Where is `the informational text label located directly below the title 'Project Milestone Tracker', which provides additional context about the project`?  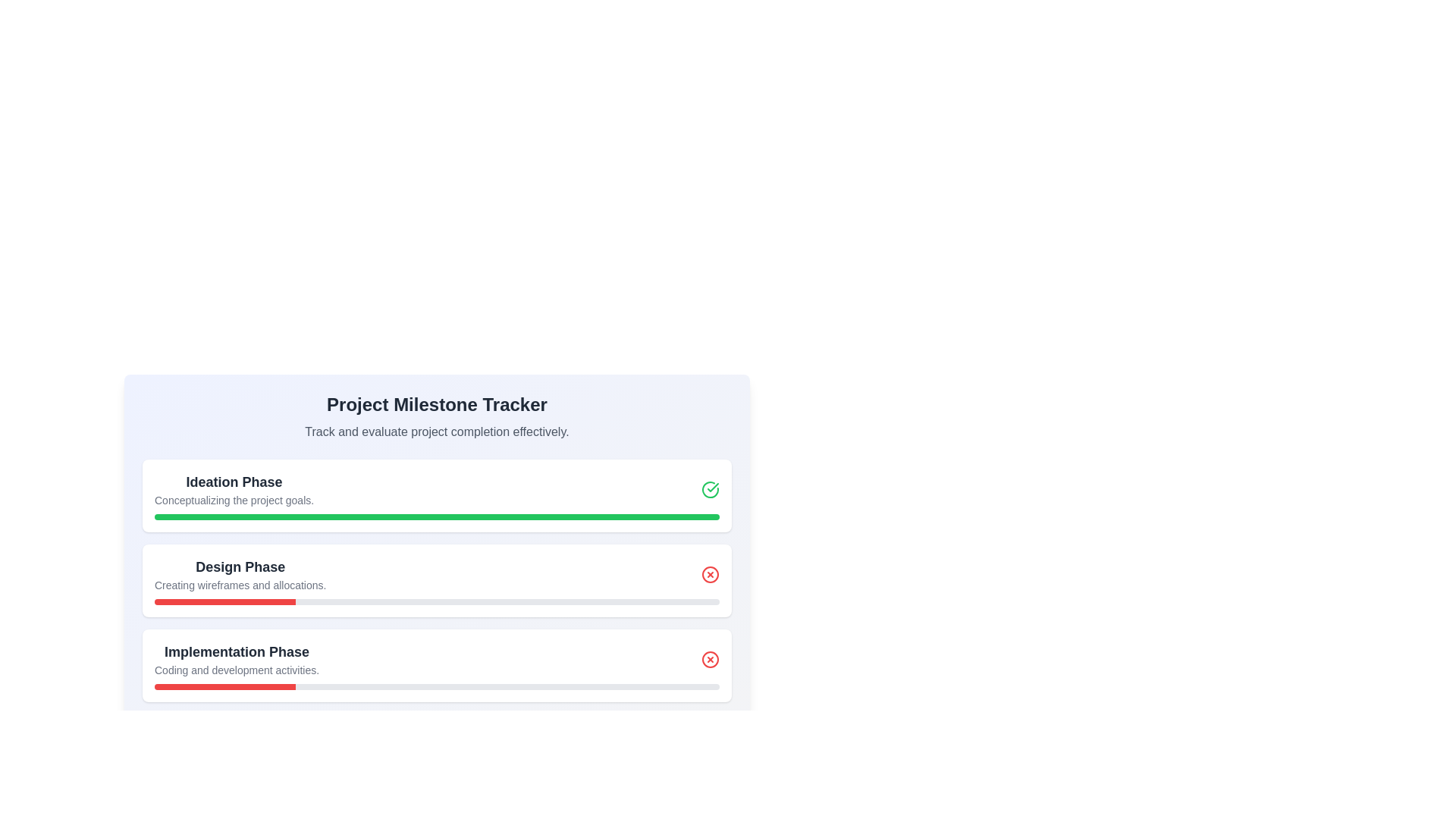
the informational text label located directly below the title 'Project Milestone Tracker', which provides additional context about the project is located at coordinates (436, 432).